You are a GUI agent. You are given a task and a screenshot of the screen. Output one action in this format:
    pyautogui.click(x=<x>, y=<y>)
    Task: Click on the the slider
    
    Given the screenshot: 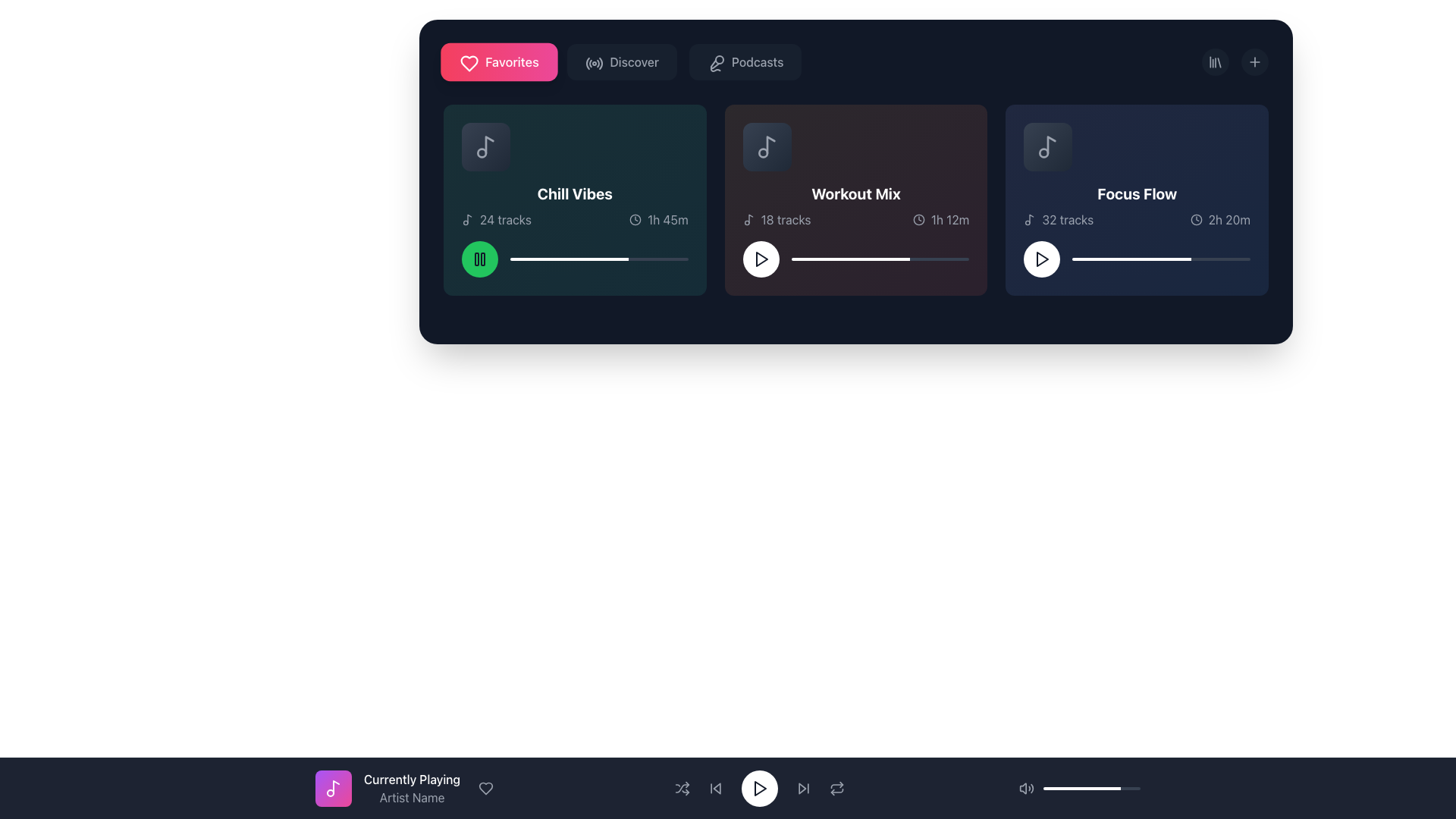 What is the action you would take?
    pyautogui.click(x=819, y=259)
    